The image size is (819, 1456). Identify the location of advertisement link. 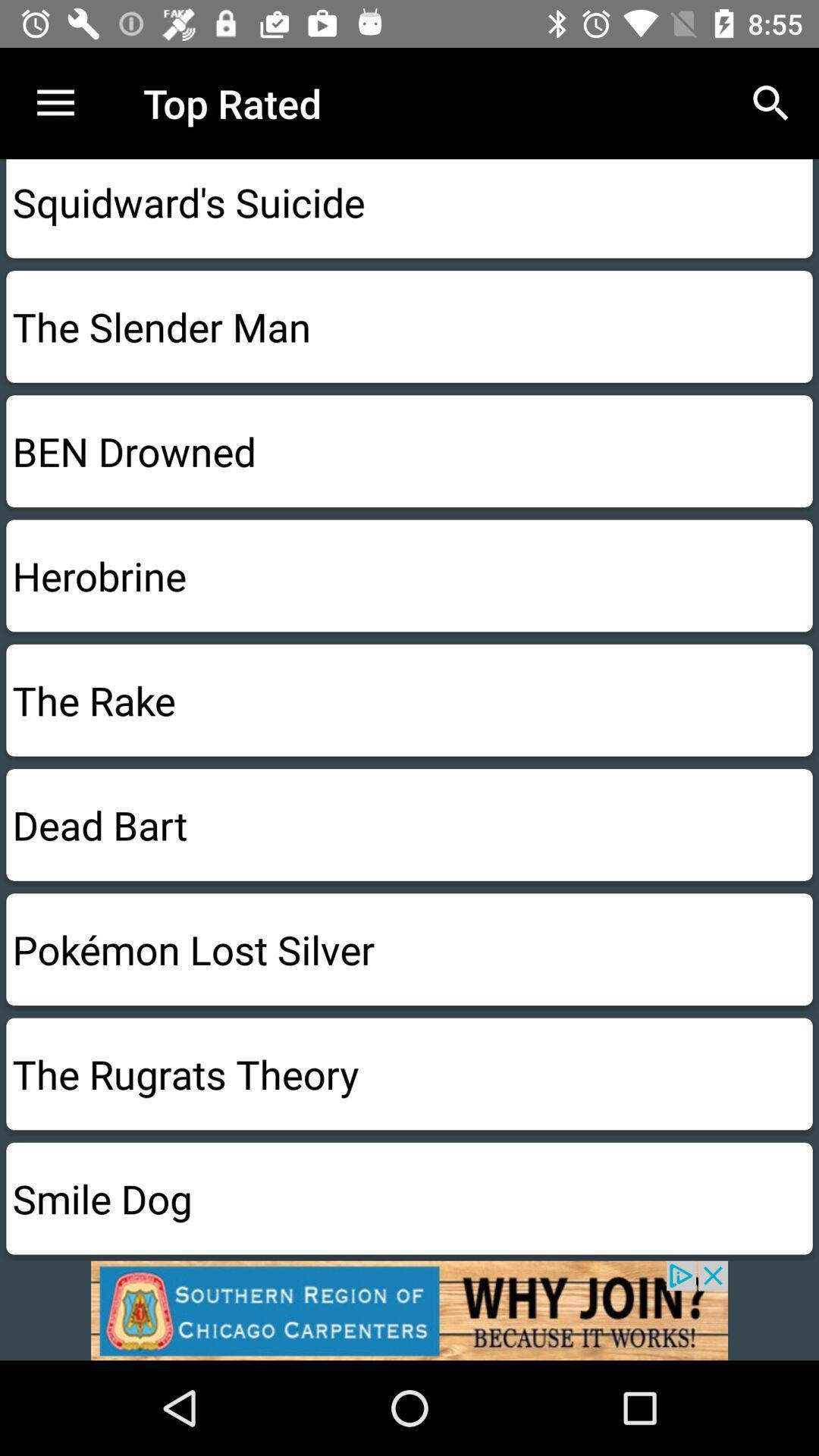
(409, 1310).